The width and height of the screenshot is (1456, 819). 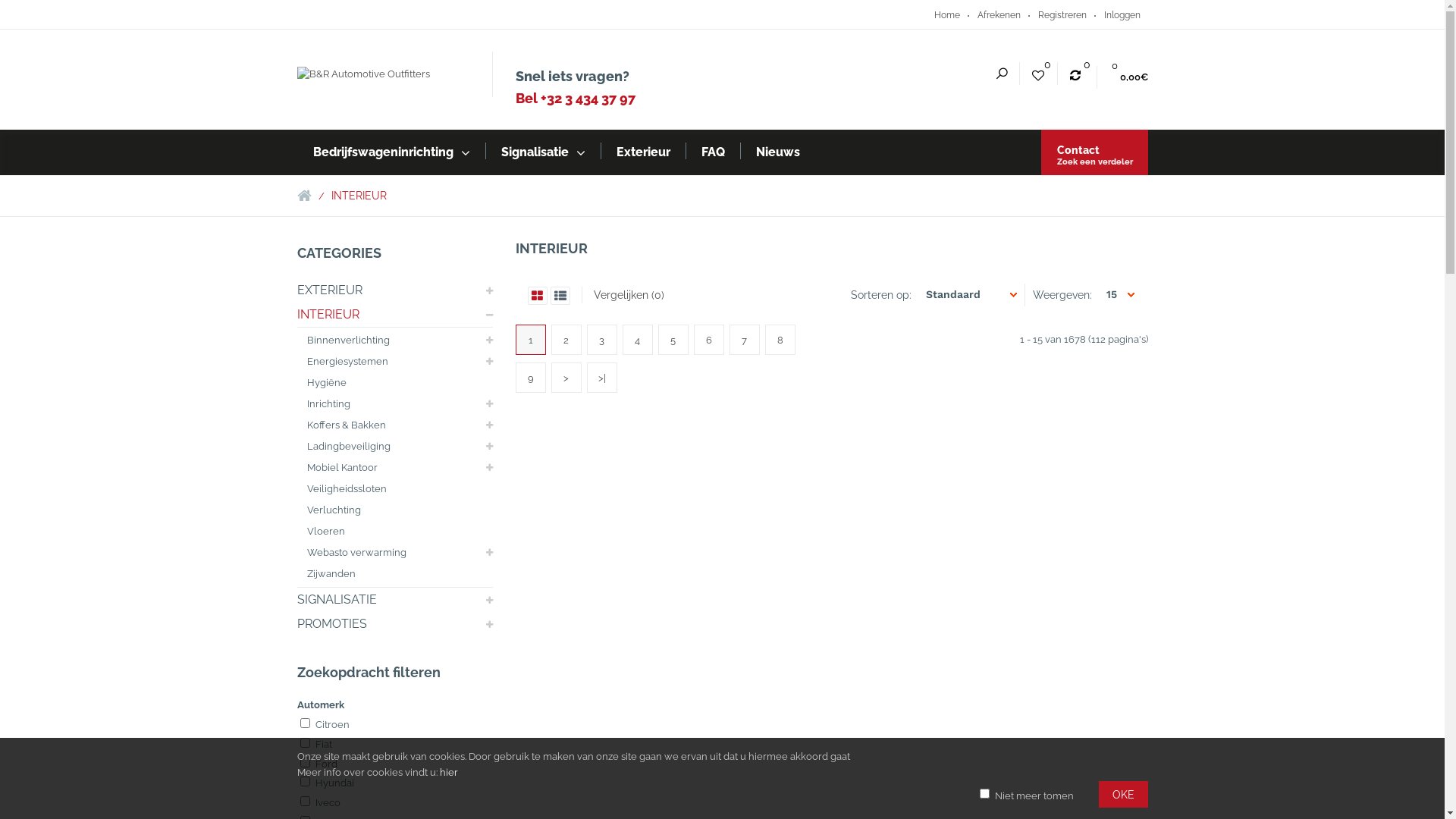 I want to click on 'Grid', so click(x=538, y=295).